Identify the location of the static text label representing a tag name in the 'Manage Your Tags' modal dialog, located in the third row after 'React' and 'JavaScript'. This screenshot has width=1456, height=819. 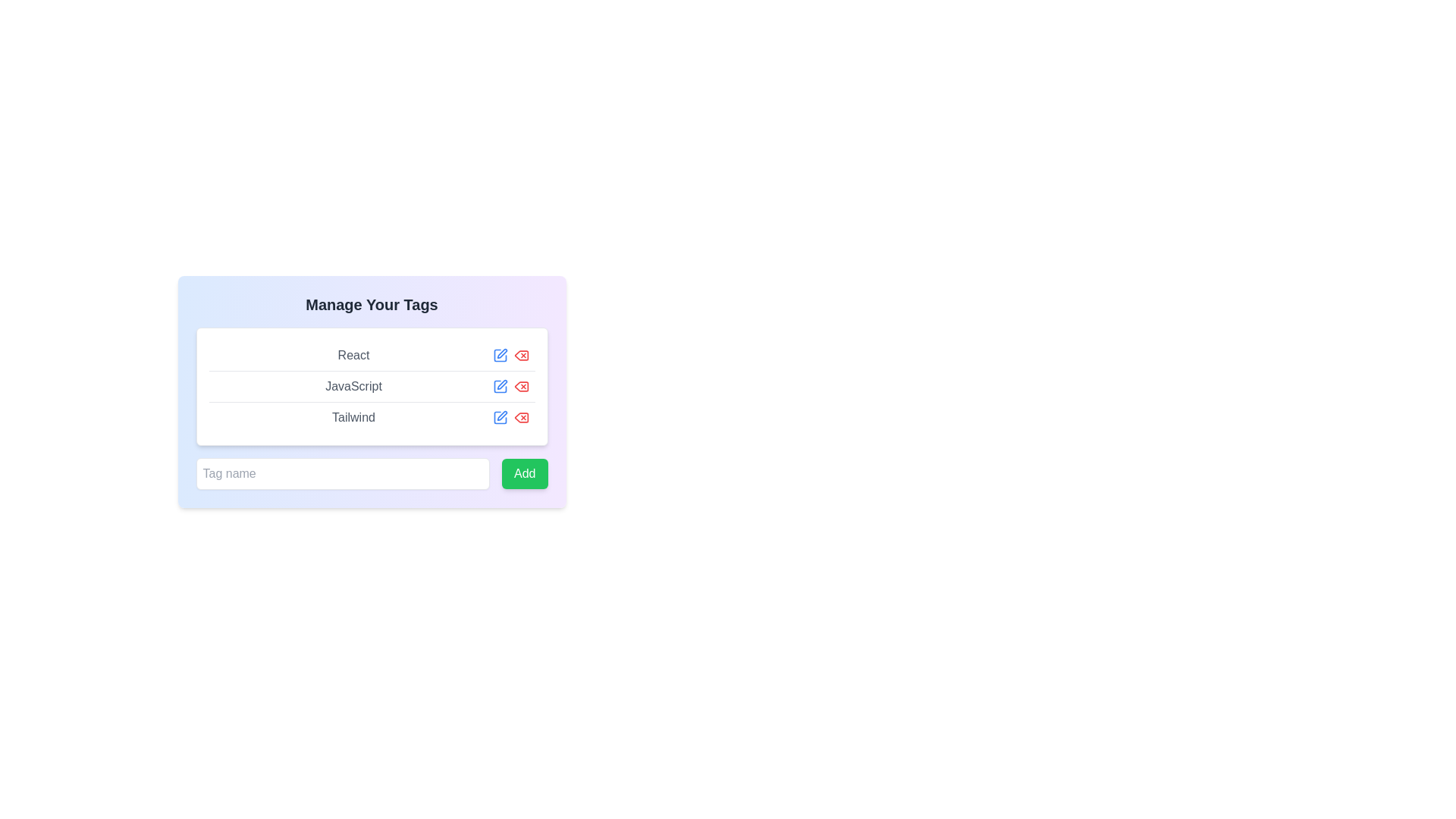
(353, 418).